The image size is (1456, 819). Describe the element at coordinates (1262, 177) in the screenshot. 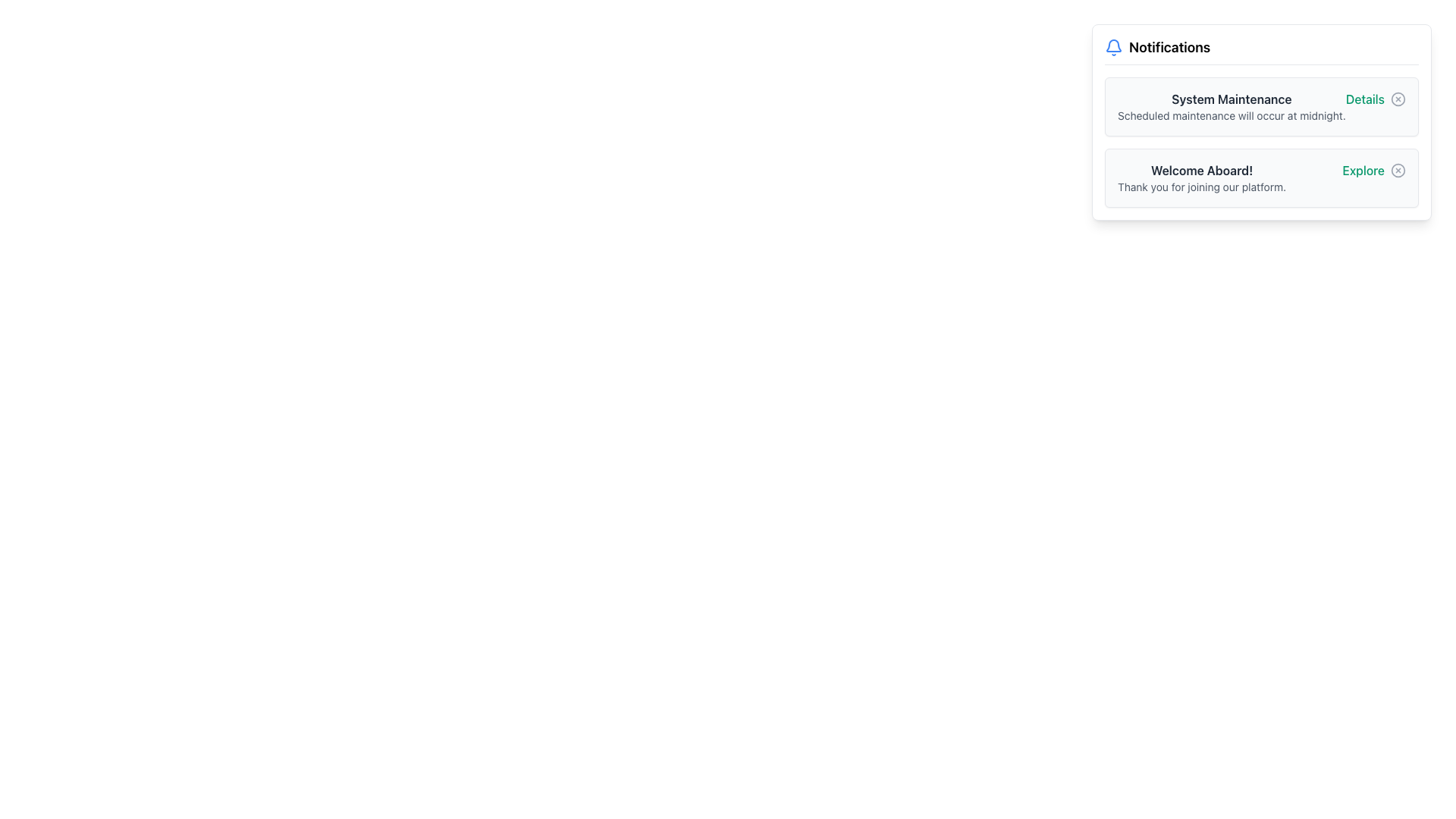

I see `the 'Explore' link adjacent to the welcome message in the notification card positioned beneath 'System Maintenance'` at that location.